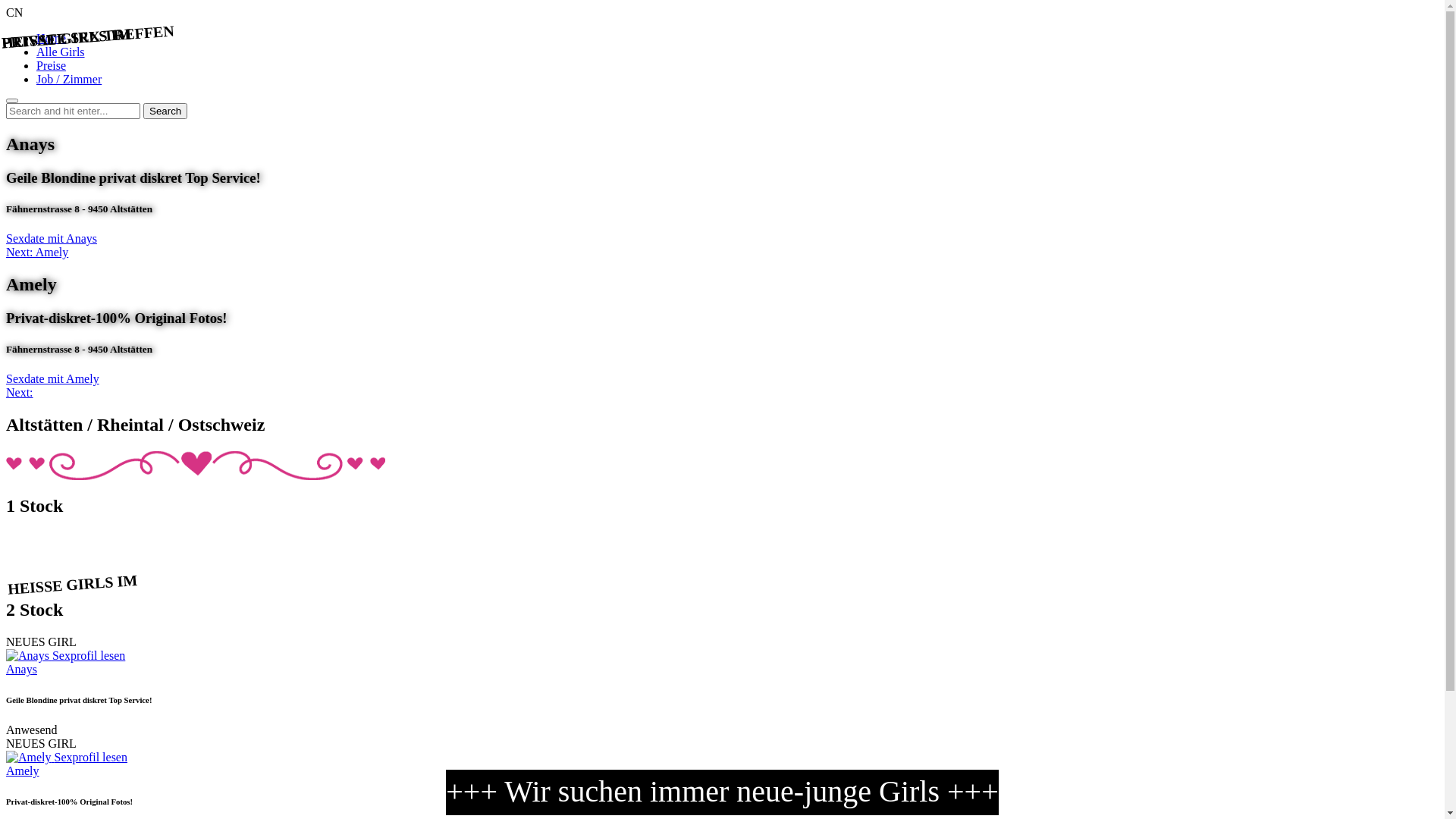 This screenshot has height=819, width=1456. What do you see at coordinates (61, 51) in the screenshot?
I see `'Alle Girls'` at bounding box center [61, 51].